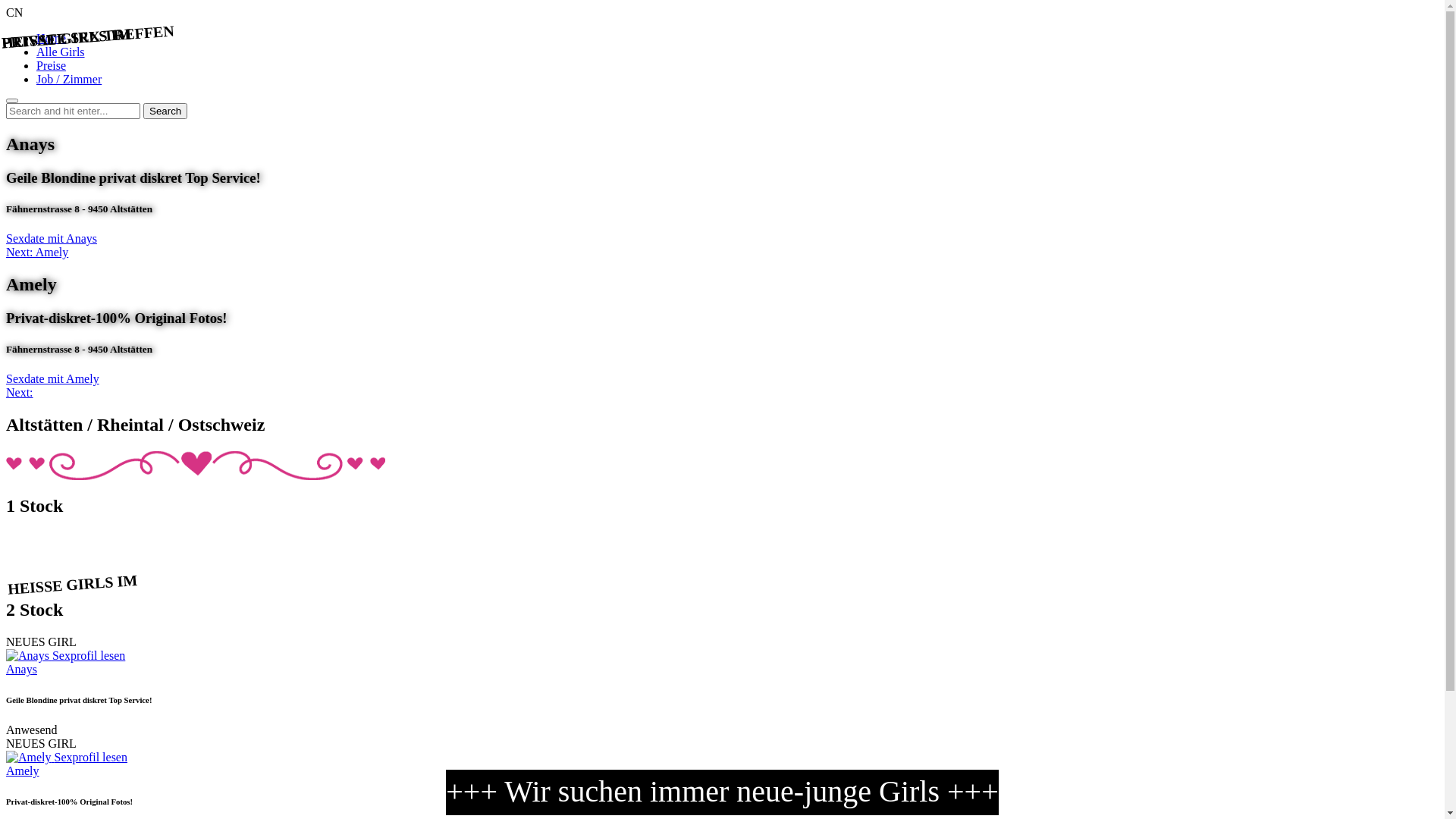 This screenshot has height=819, width=1456. What do you see at coordinates (61, 51) in the screenshot?
I see `'Alle Girls'` at bounding box center [61, 51].